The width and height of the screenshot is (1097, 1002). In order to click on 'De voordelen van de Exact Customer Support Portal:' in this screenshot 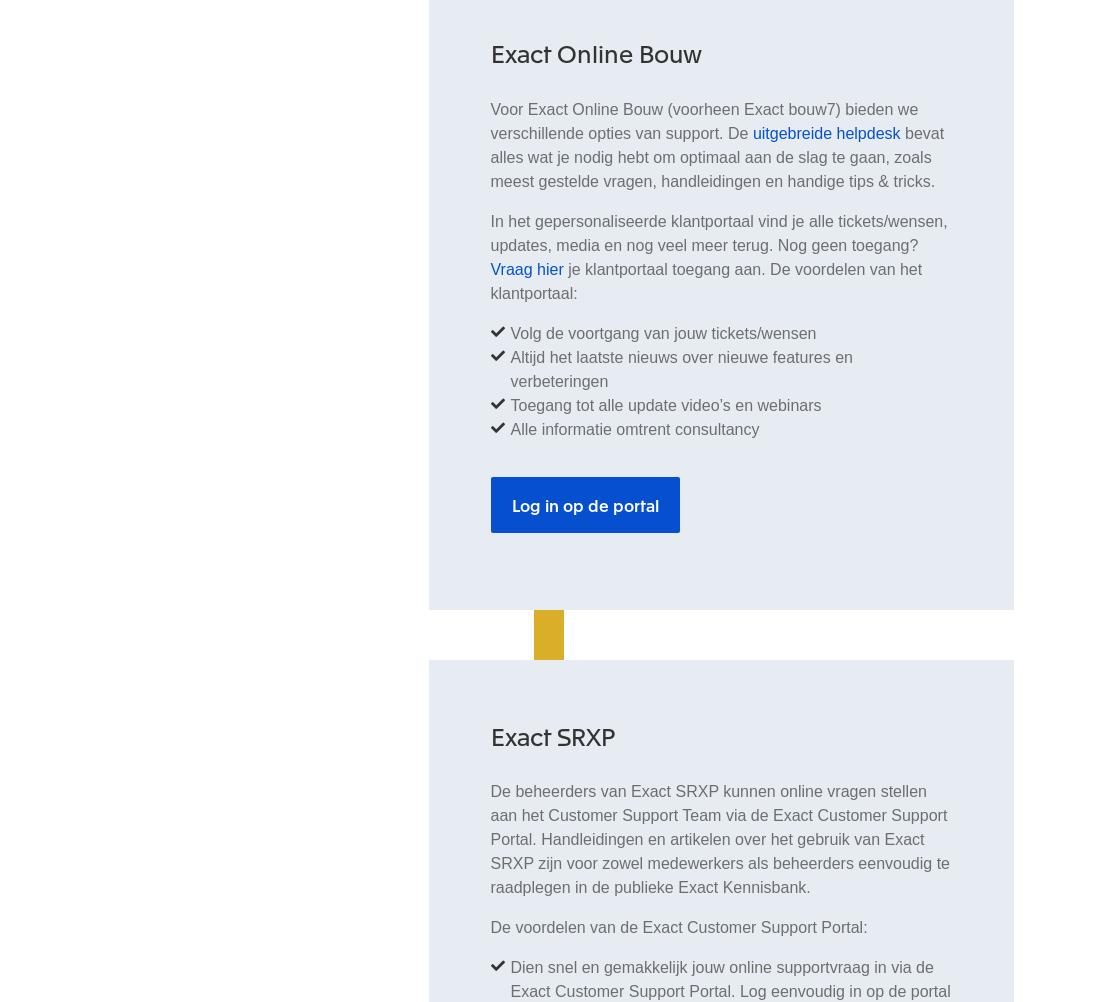, I will do `click(677, 926)`.